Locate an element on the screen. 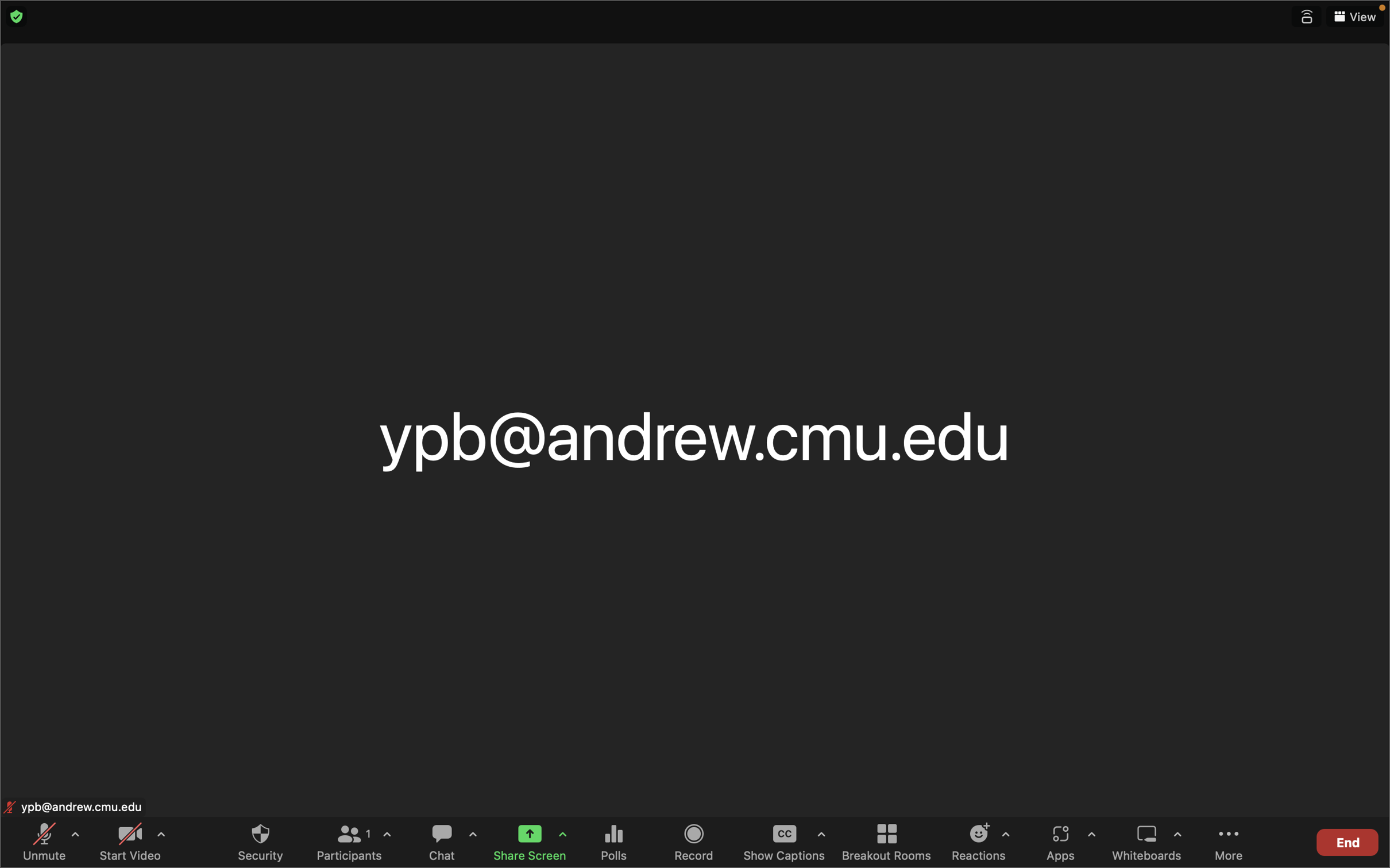 This screenshot has height=868, width=1390. Interact with captions settings is located at coordinates (821, 836).